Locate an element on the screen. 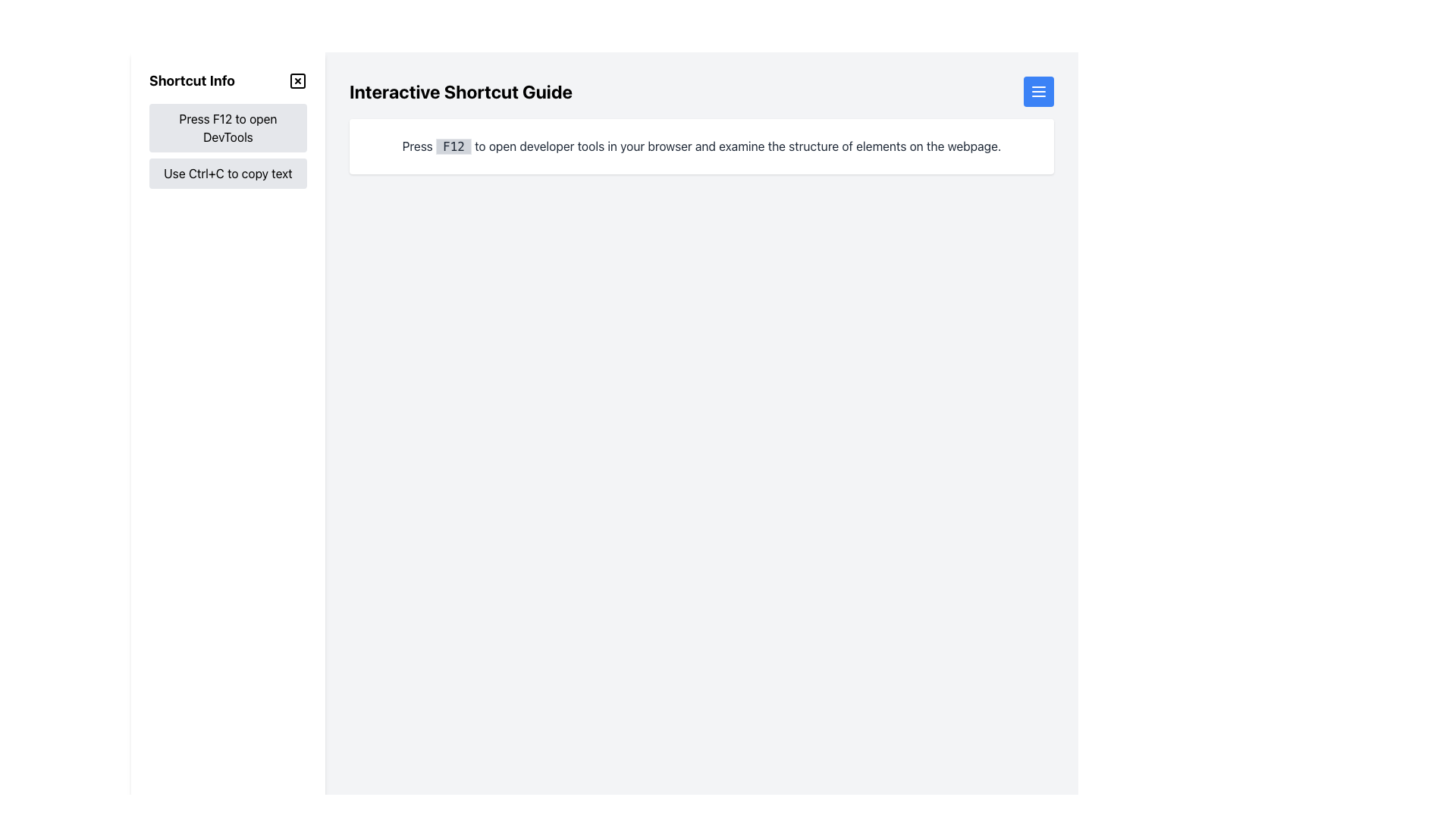 This screenshot has width=1456, height=819. the menu toggle button located at the top-right corner of the 'Interactive Shortcut Guide' section is located at coordinates (1037, 91).